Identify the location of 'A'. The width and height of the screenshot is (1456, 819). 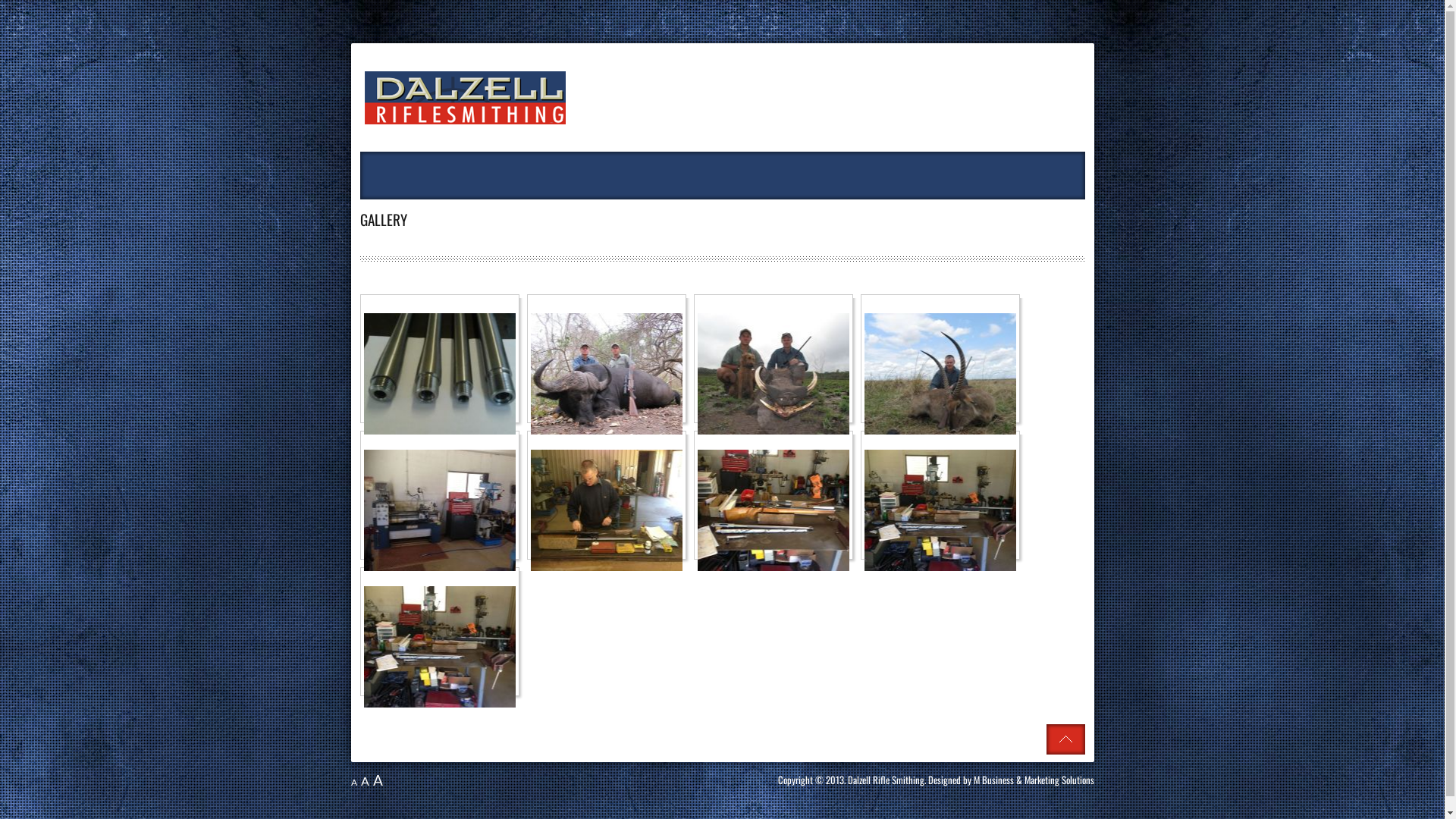
(352, 782).